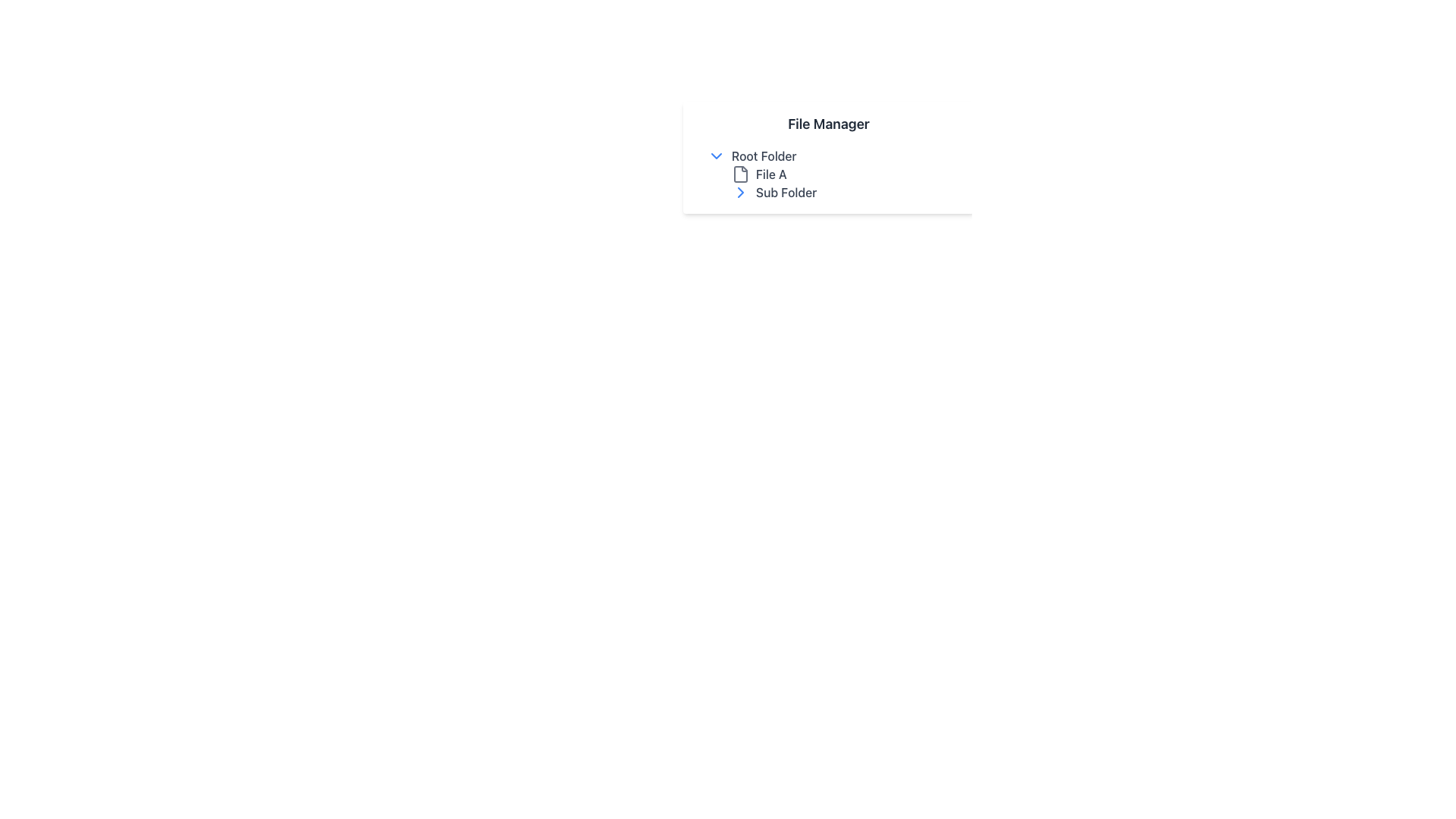  I want to click on text from the 'File Manager' label which is prominently displayed in bold at the top of the white pane above the file list, so click(828, 124).